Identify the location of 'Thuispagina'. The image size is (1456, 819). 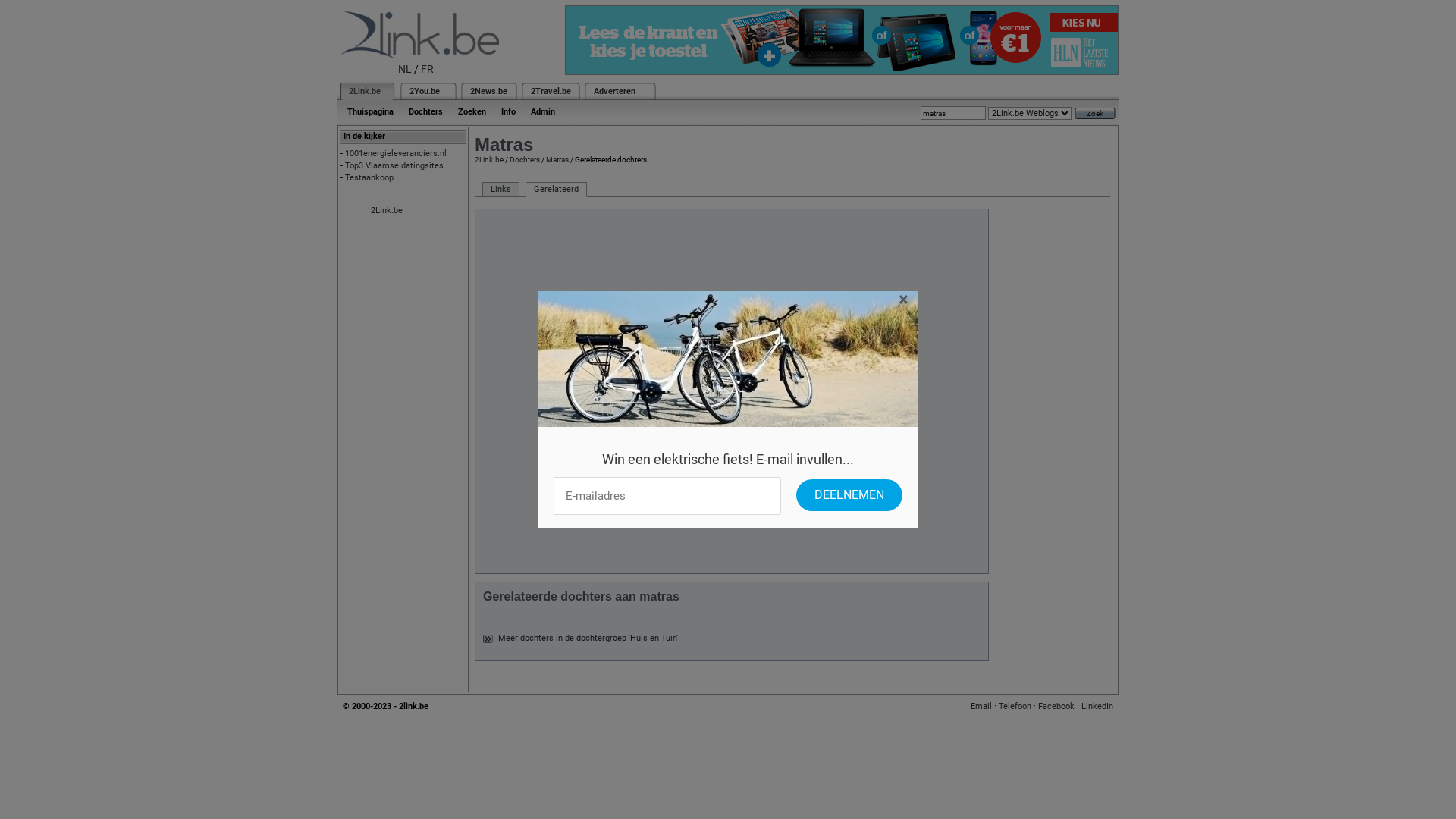
(370, 111).